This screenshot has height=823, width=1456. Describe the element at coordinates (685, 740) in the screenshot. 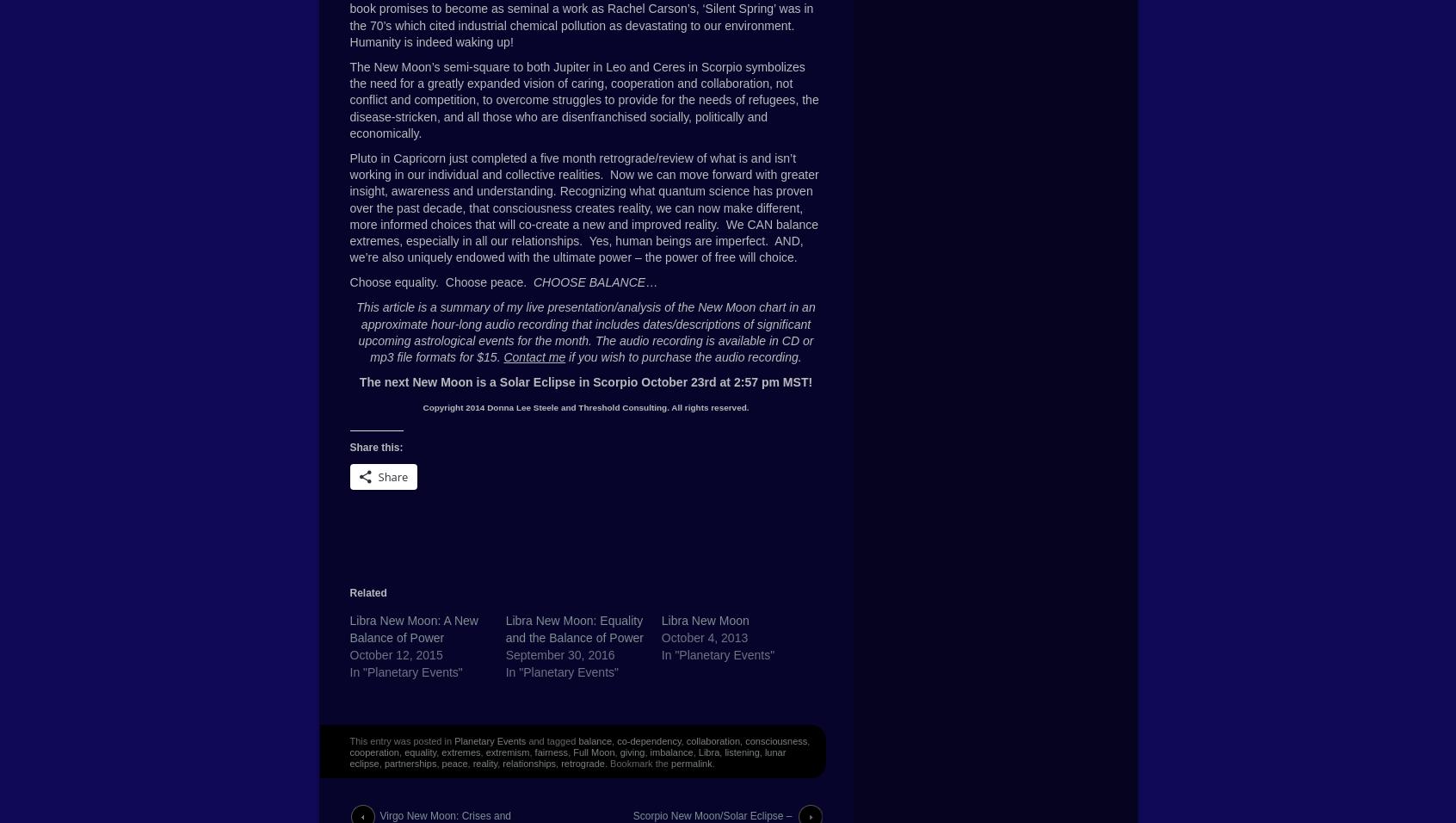

I see `'collaboration'` at that location.